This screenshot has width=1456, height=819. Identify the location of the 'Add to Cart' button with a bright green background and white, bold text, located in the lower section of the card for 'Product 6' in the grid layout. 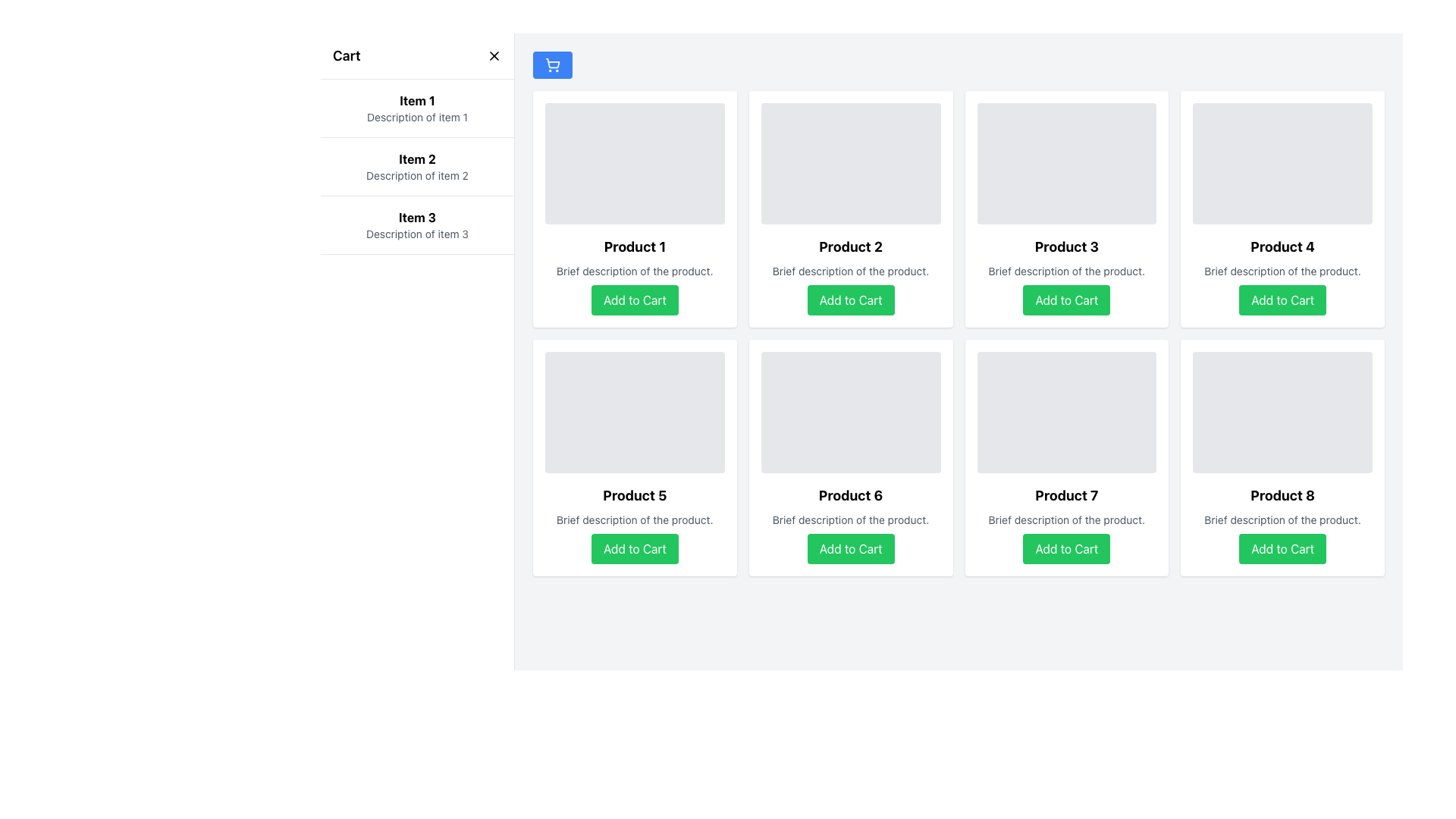
(851, 549).